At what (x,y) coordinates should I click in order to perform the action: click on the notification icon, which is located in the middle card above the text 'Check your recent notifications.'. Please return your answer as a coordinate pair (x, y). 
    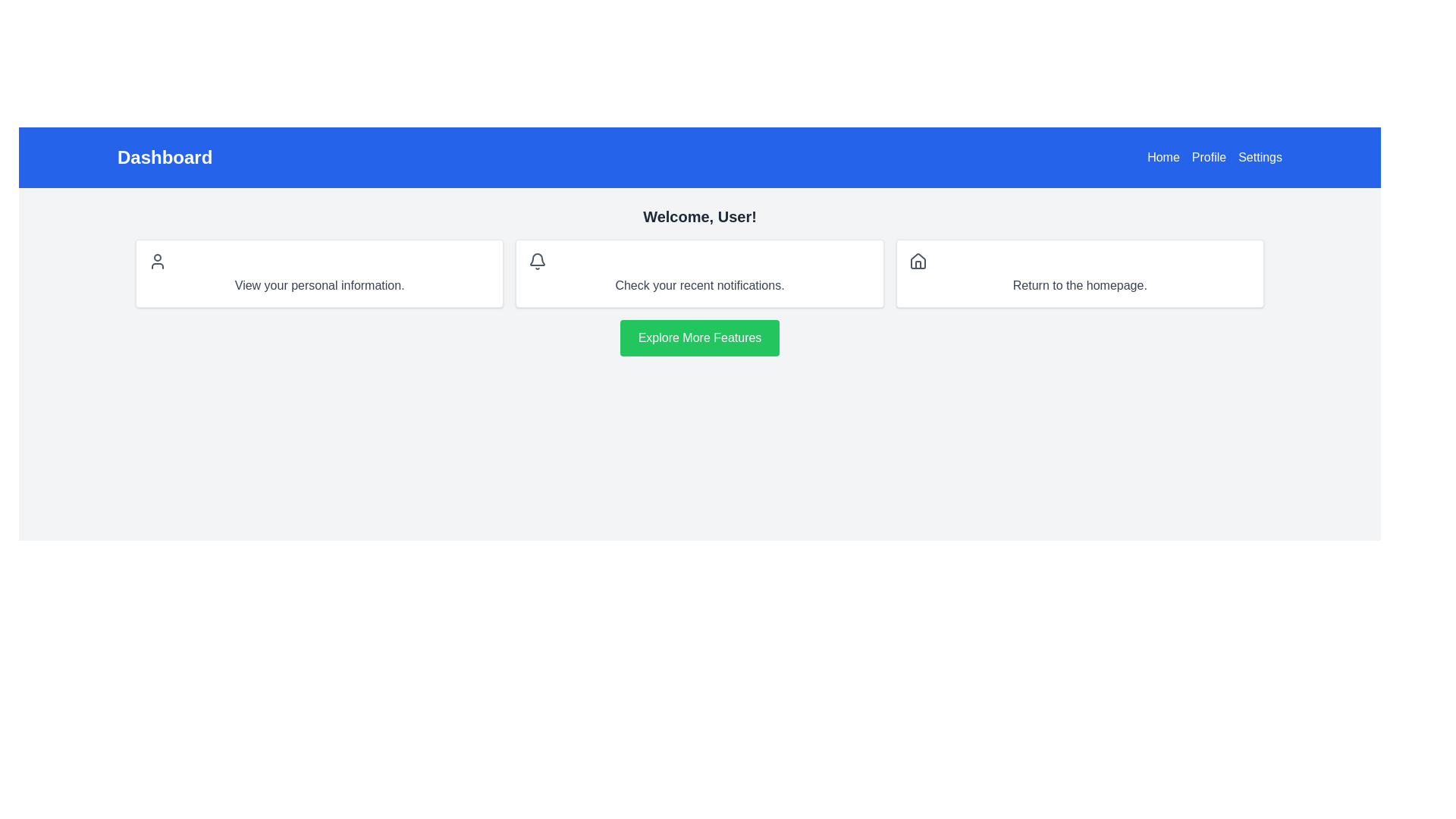
    Looking at the image, I should click on (538, 259).